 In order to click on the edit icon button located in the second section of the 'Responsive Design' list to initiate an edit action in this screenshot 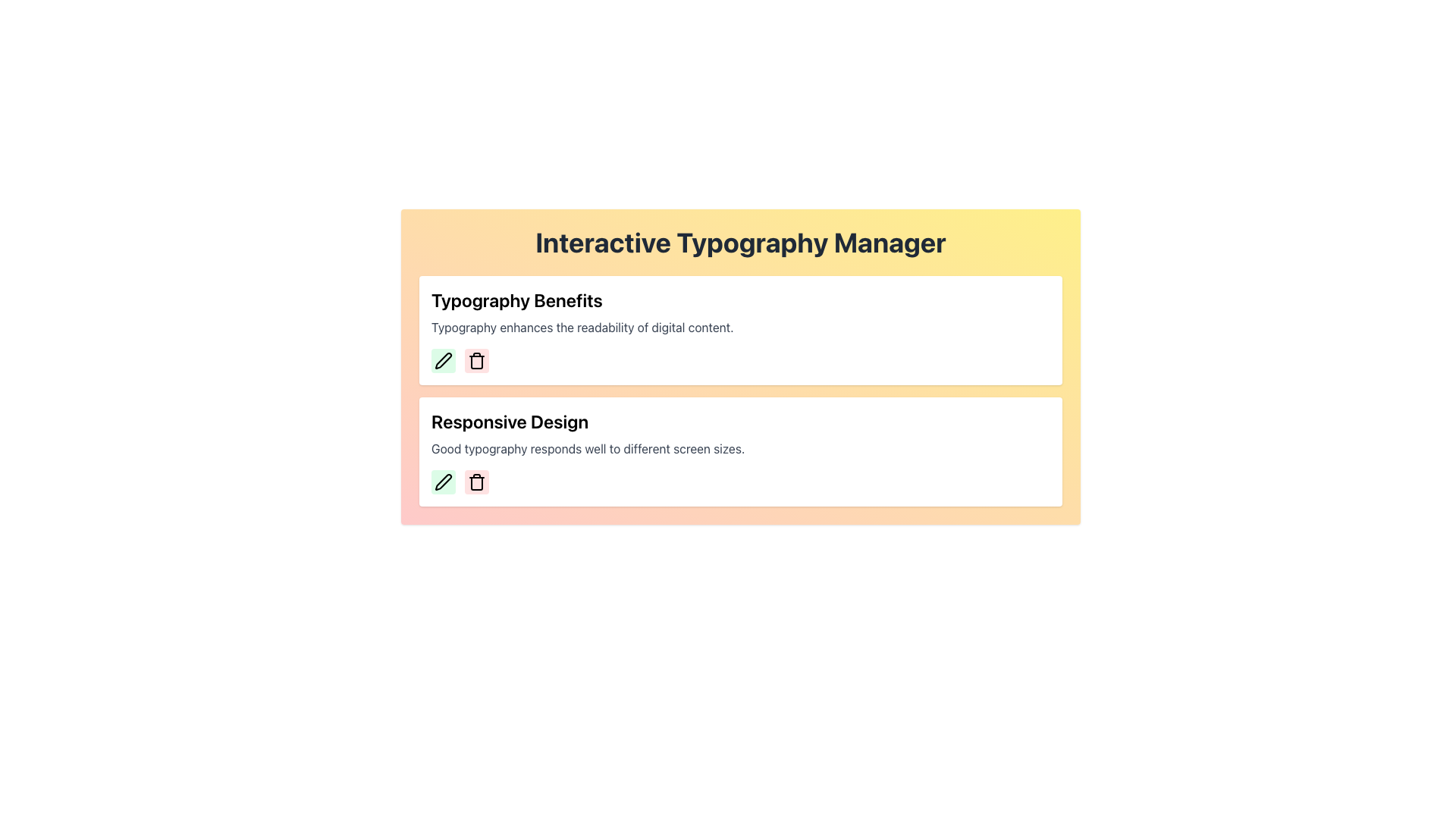, I will do `click(443, 360)`.